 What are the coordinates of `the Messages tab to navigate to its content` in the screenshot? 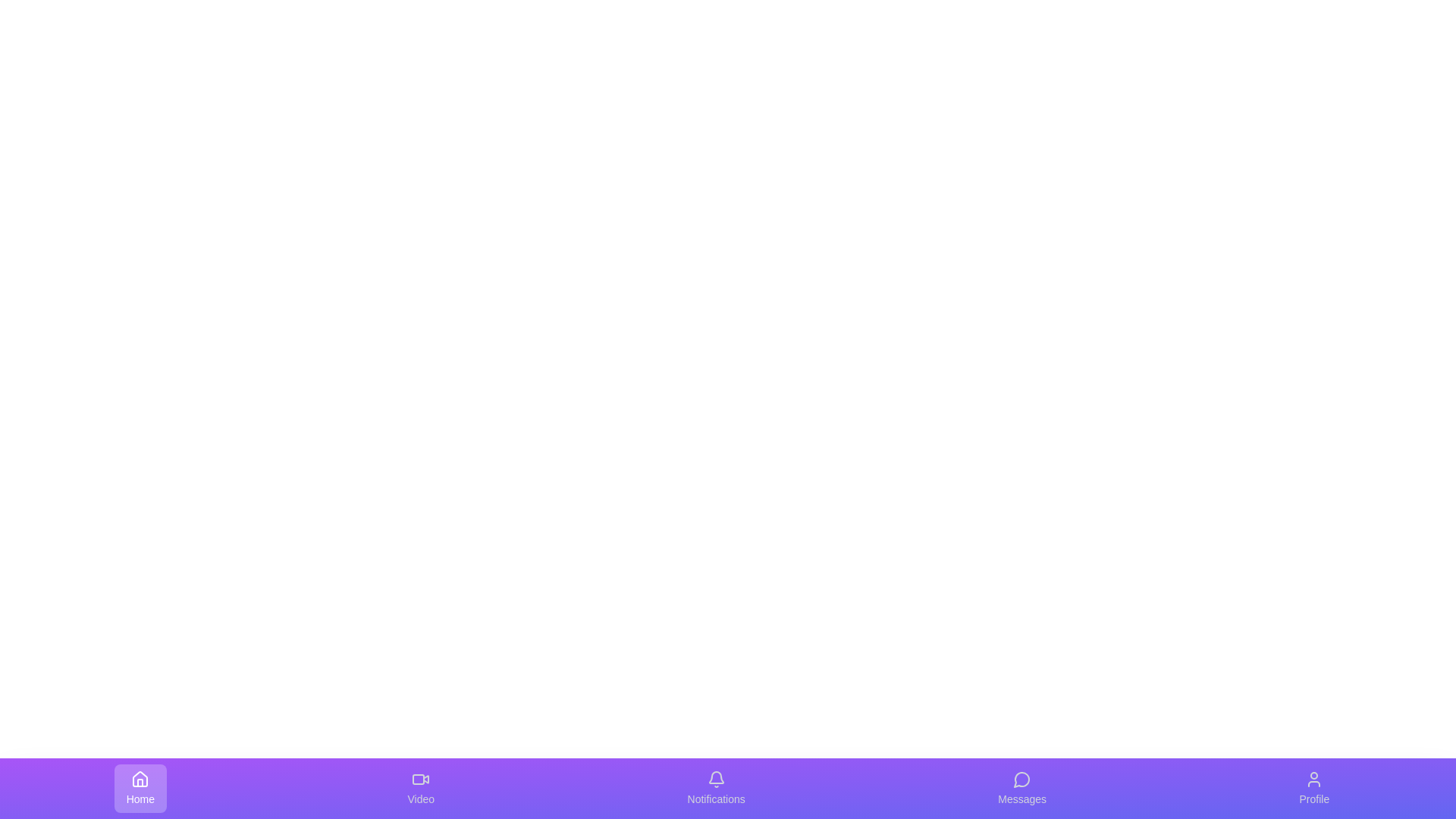 It's located at (1022, 788).